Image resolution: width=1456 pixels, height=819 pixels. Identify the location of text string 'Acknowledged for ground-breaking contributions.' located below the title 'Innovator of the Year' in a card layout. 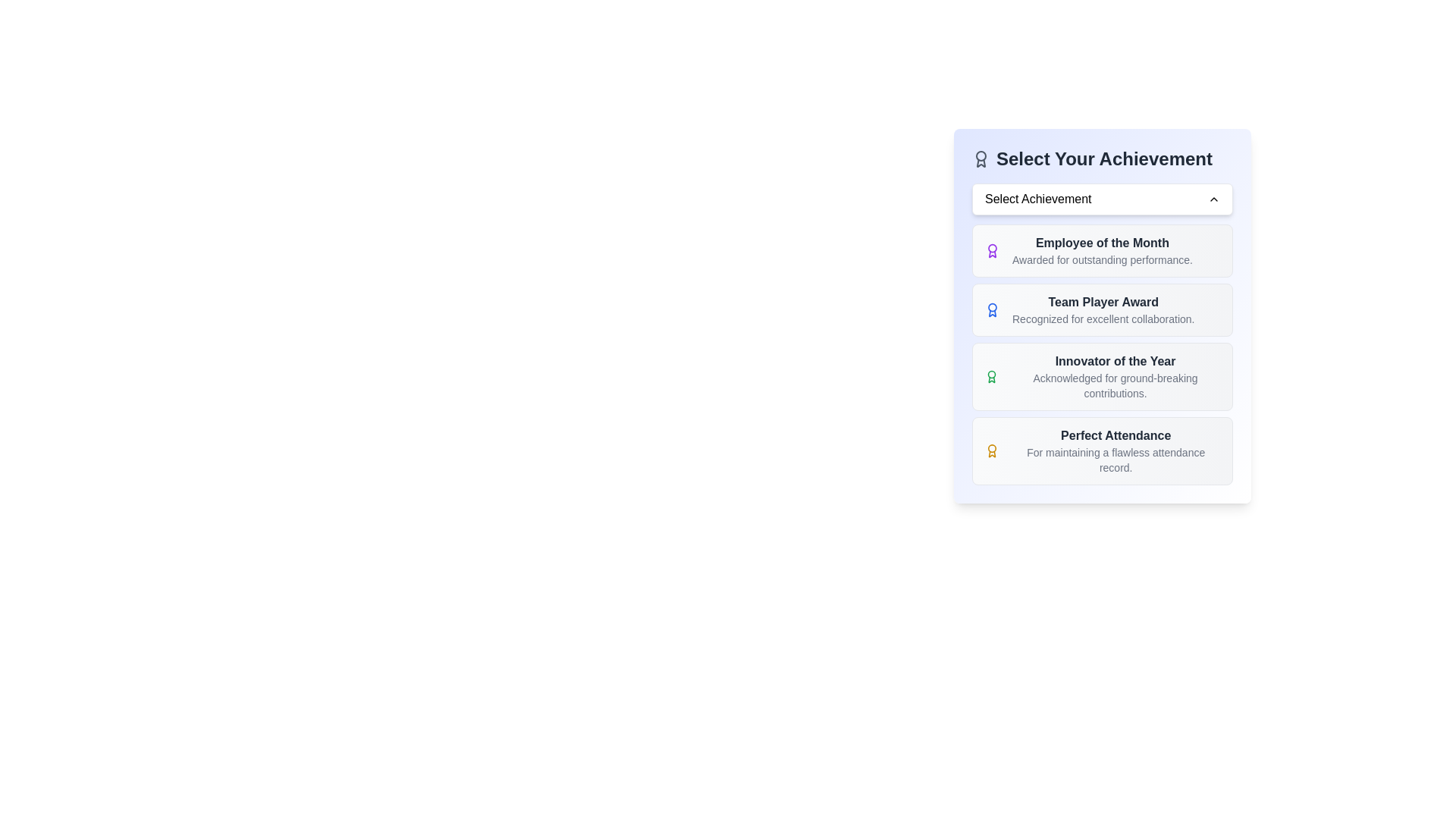
(1116, 385).